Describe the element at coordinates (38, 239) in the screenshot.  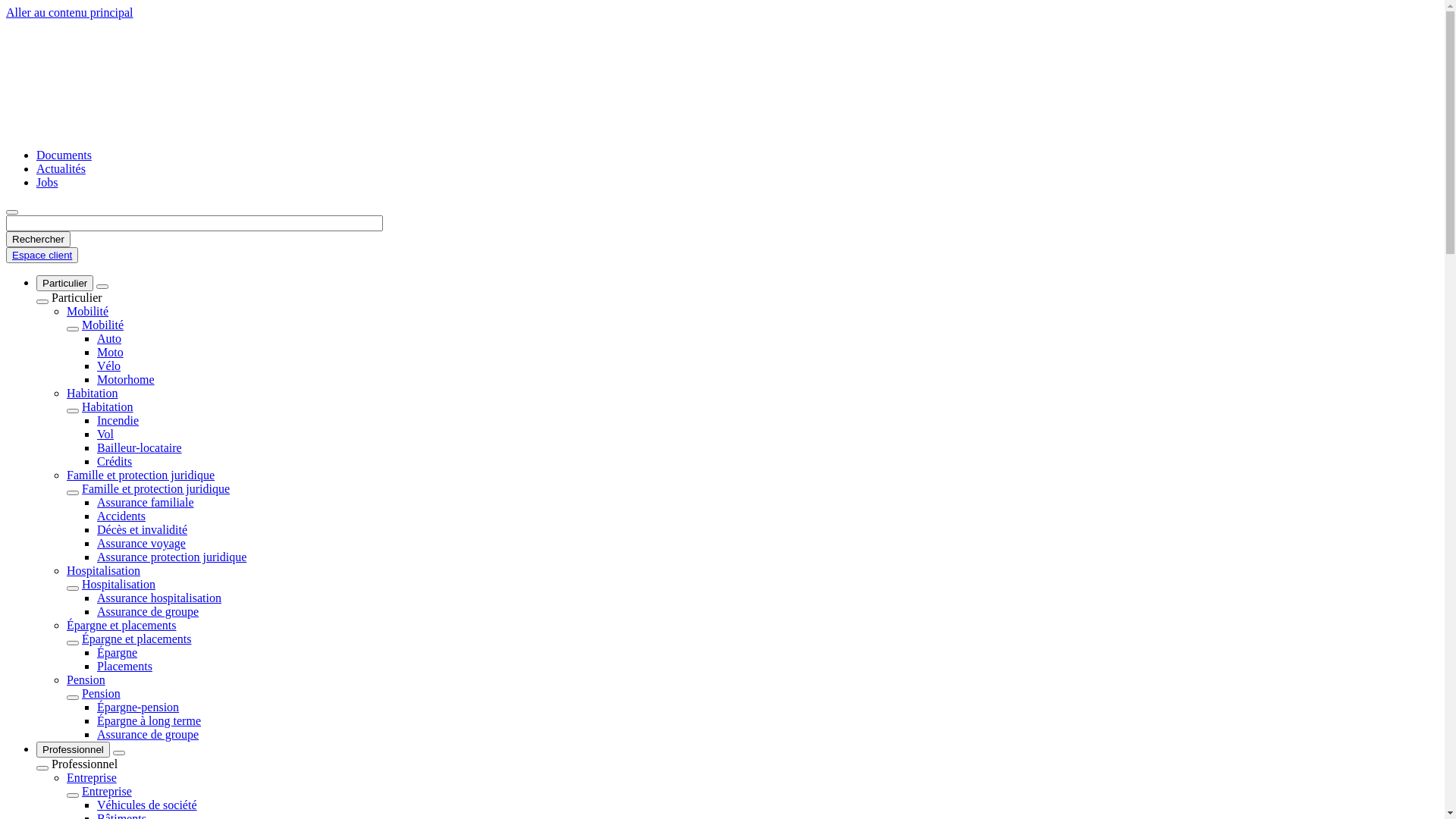
I see `'Rechercher'` at that location.